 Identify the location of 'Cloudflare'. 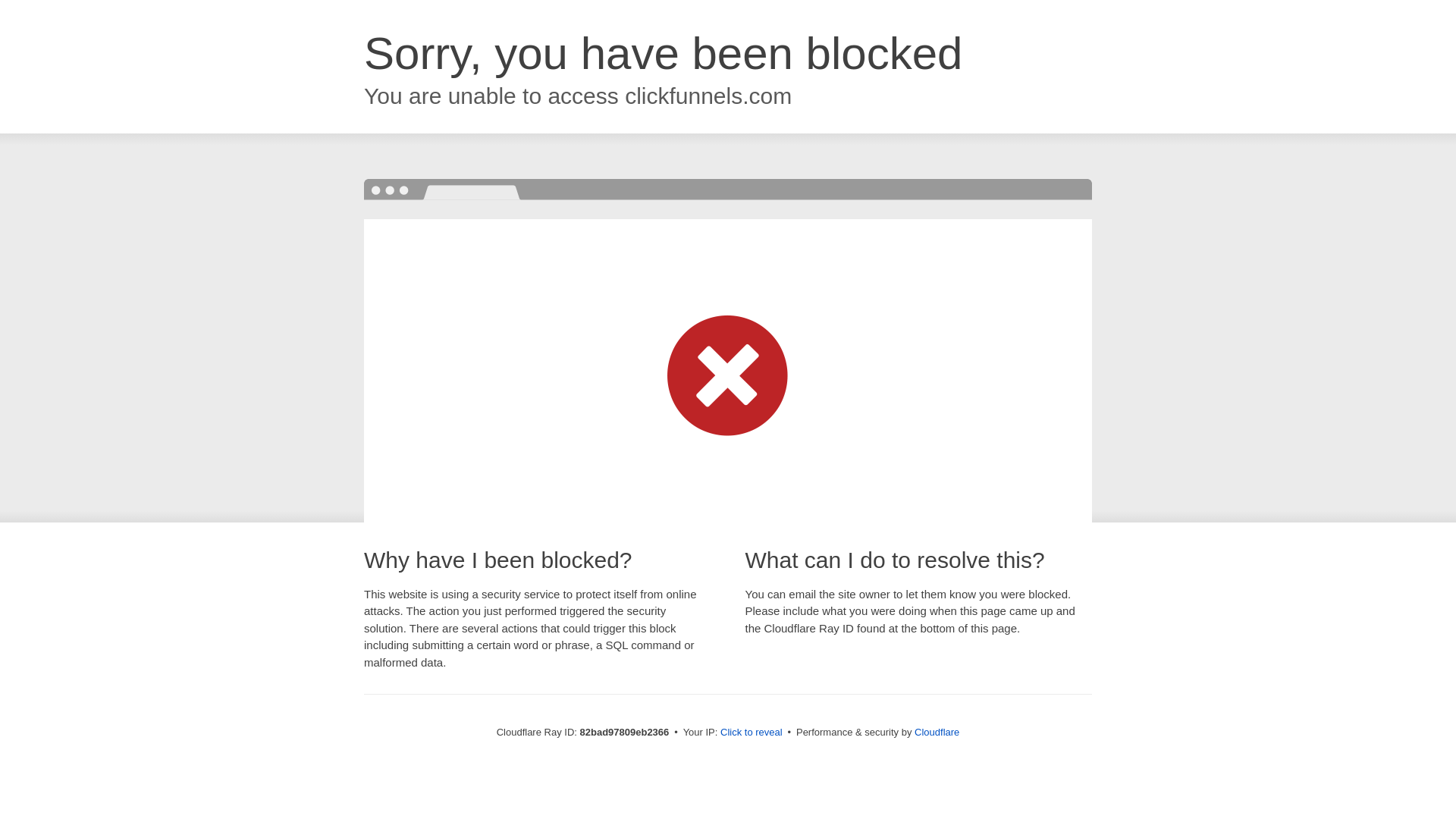
(936, 731).